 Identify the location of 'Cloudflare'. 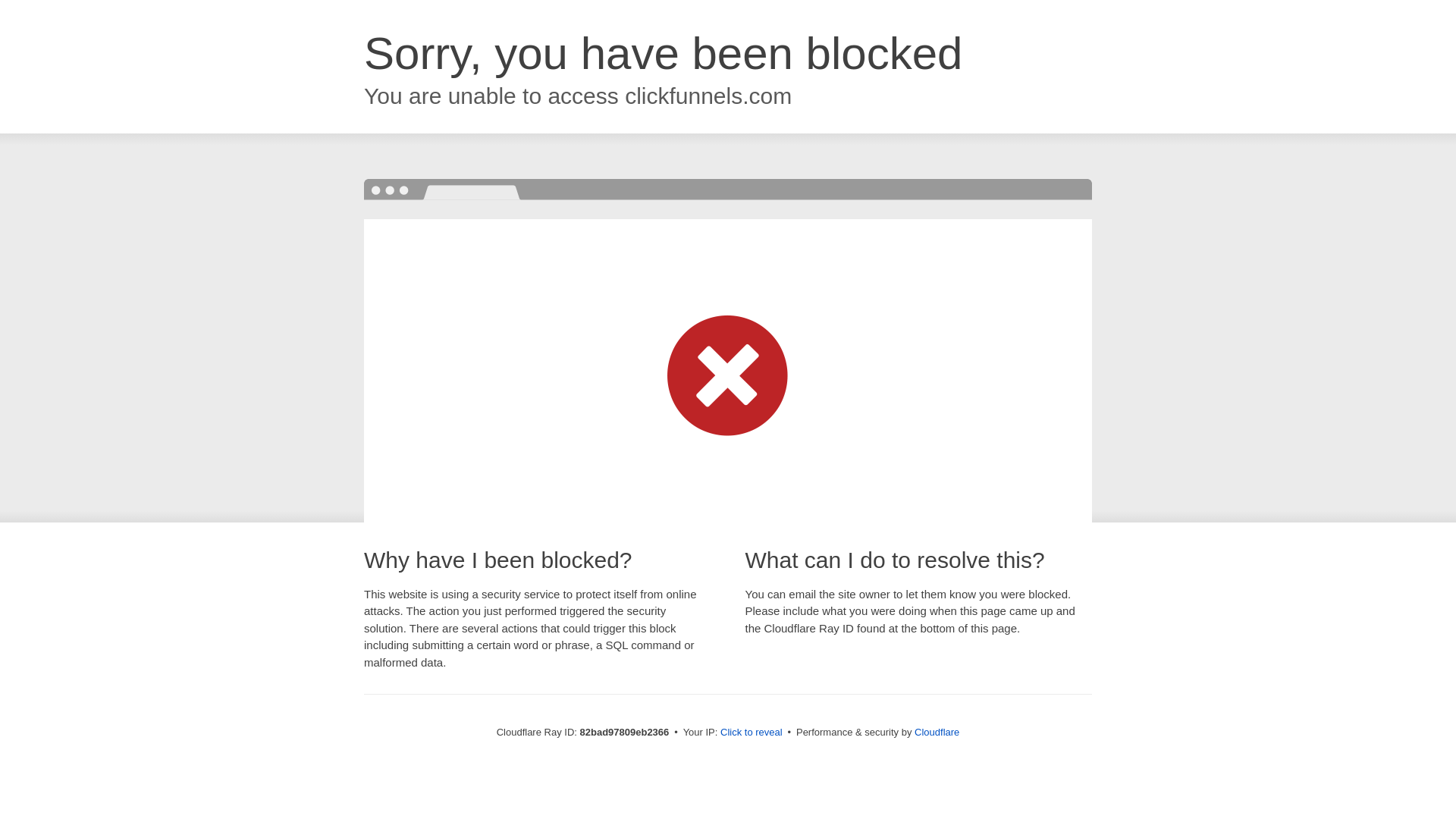
(936, 731).